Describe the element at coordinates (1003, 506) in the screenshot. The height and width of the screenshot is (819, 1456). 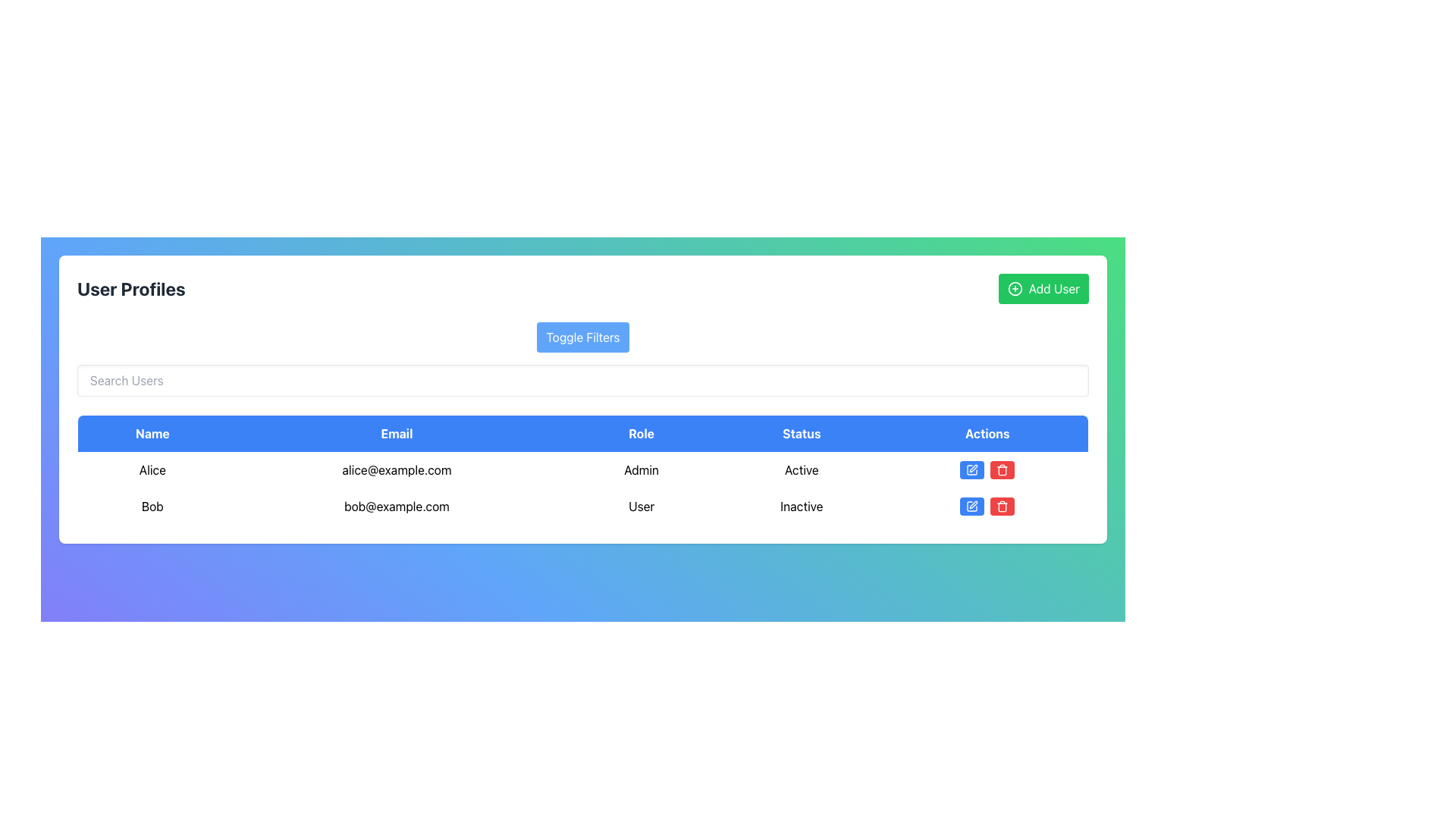
I see `the red trash can icon button in the 'Actions' column of the second row in the user list table` at that location.